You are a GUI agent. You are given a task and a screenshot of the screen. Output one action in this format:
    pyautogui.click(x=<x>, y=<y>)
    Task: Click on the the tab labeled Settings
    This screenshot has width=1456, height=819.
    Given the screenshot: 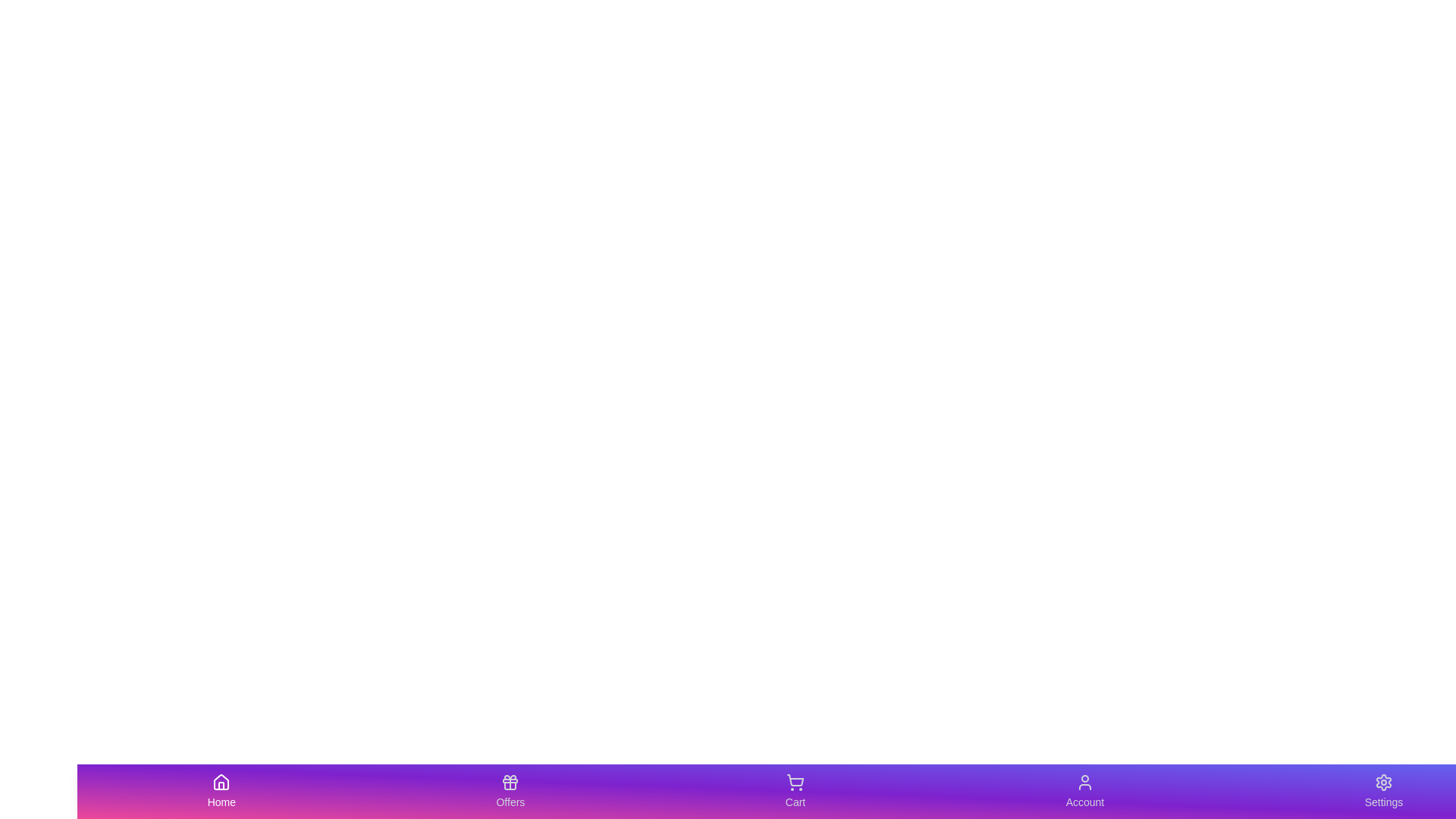 What is the action you would take?
    pyautogui.click(x=1383, y=791)
    